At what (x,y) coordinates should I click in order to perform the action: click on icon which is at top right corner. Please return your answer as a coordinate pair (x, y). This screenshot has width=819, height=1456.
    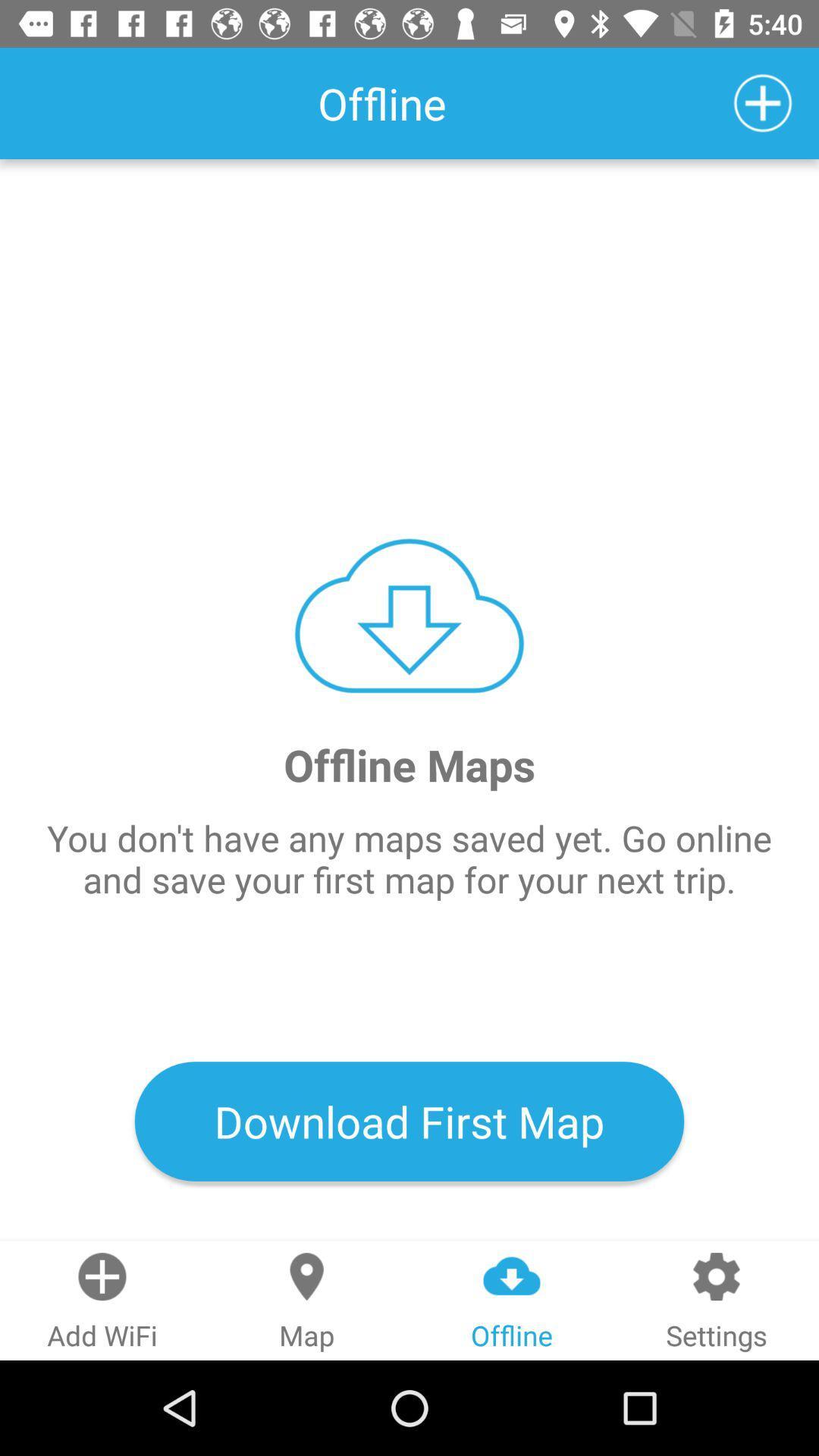
    Looking at the image, I should click on (763, 102).